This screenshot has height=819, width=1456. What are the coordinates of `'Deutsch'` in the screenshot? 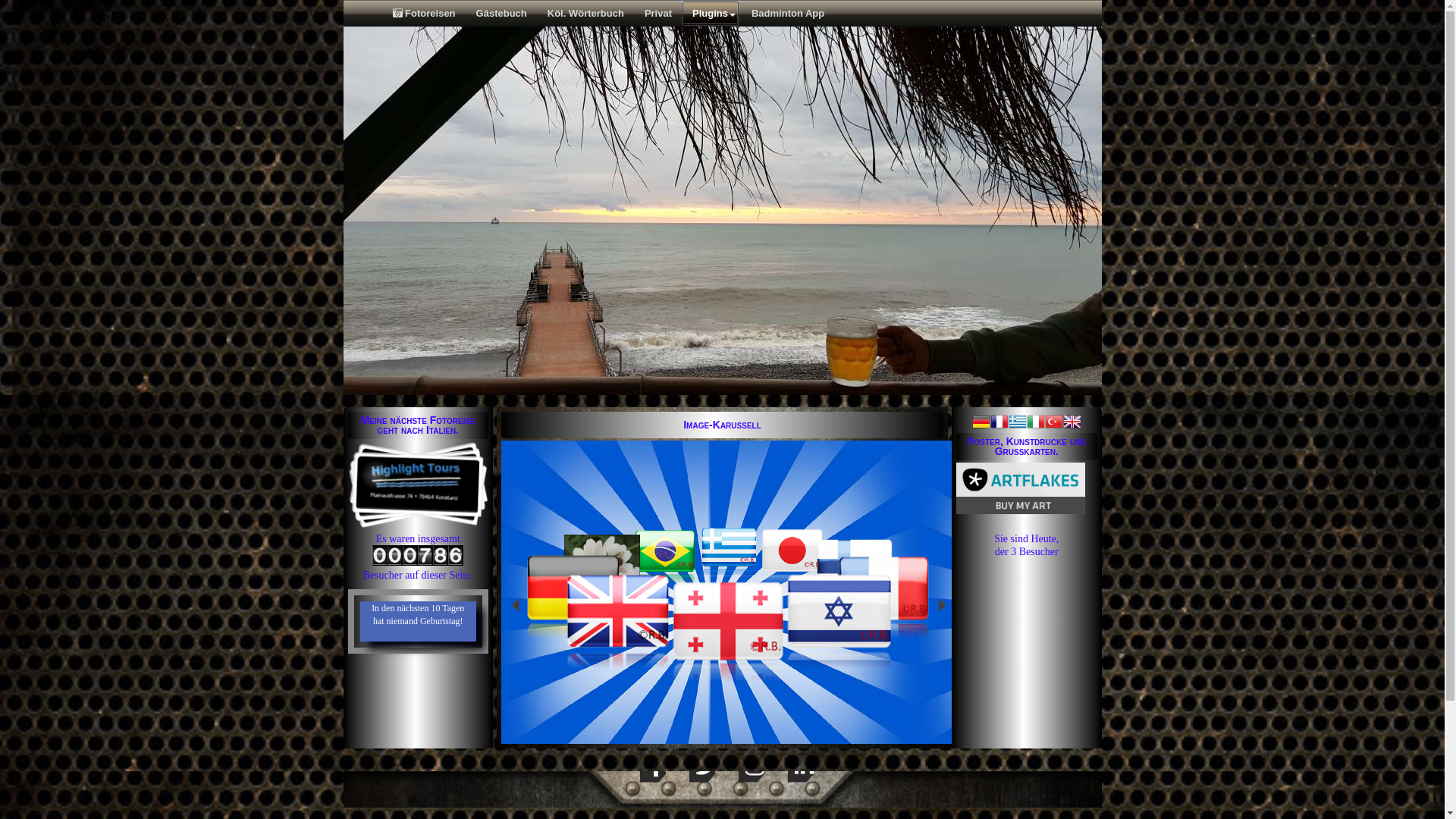 It's located at (981, 424).